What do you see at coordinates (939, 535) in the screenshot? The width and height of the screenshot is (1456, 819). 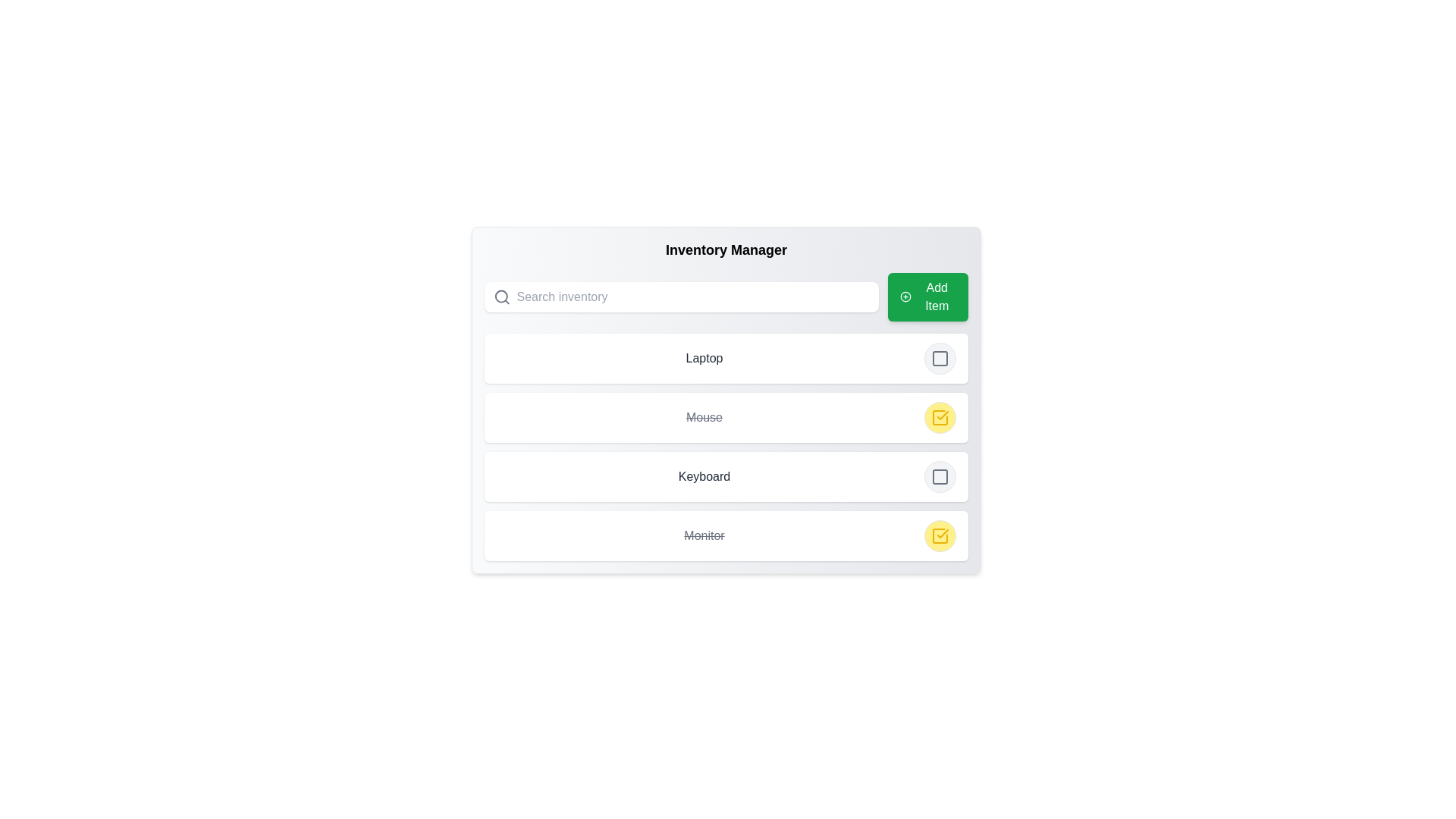 I see `the circular button with a yellow background and a checkmark icon` at bounding box center [939, 535].